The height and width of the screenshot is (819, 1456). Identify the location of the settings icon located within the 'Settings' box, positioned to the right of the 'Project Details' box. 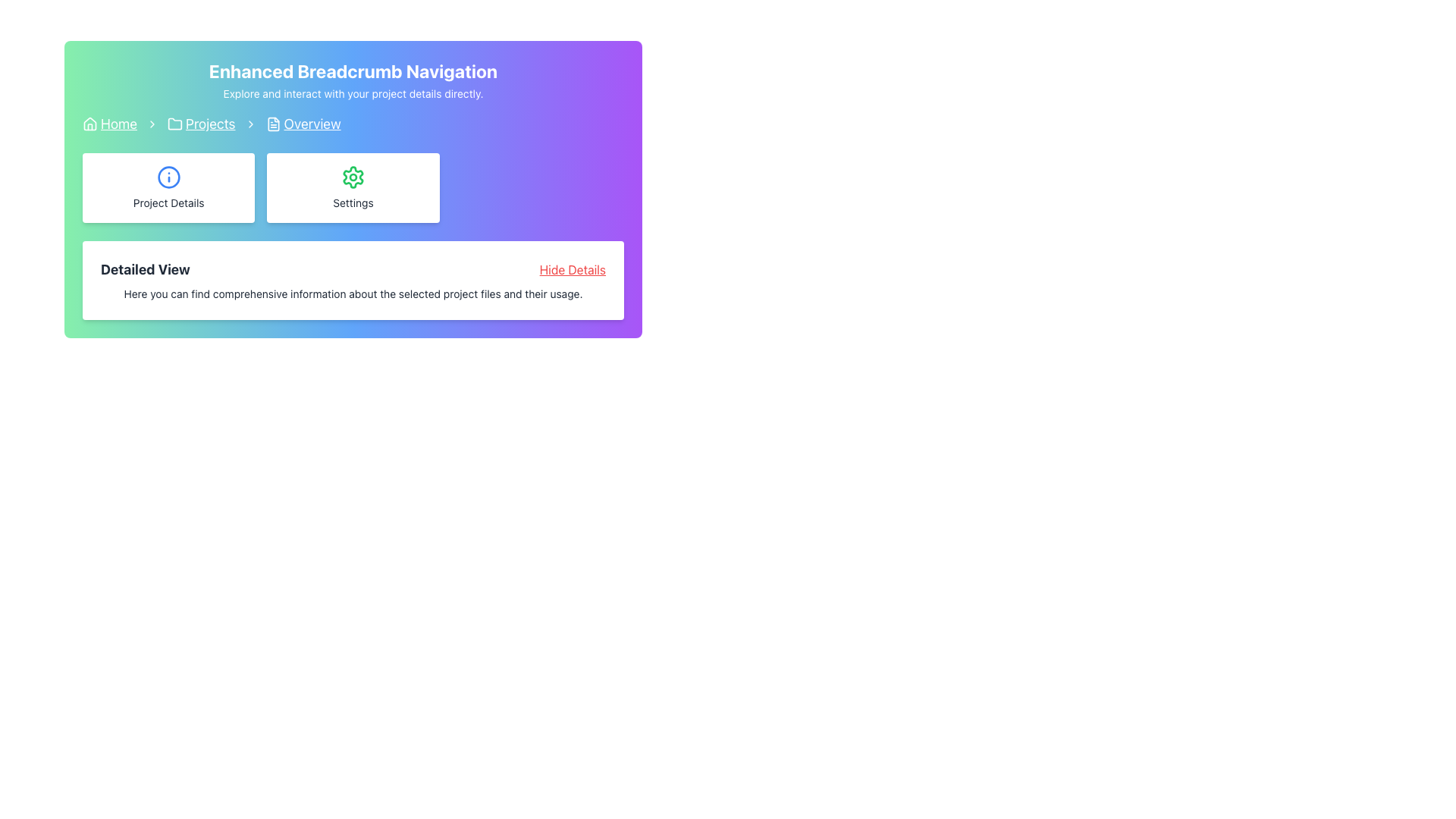
(352, 177).